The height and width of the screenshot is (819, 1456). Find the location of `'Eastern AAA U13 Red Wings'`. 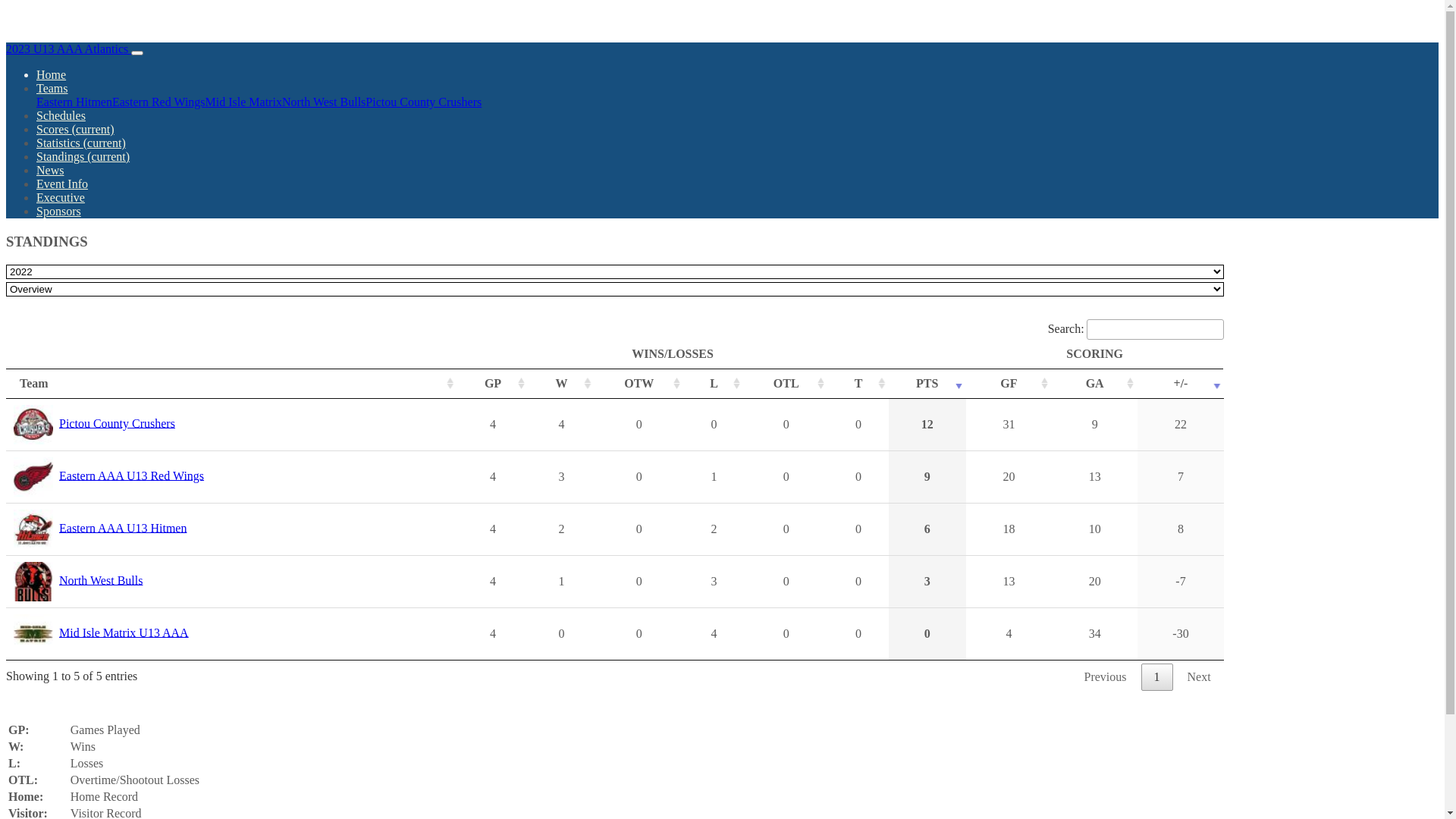

'Eastern AAA U13 Red Wings' is located at coordinates (131, 474).